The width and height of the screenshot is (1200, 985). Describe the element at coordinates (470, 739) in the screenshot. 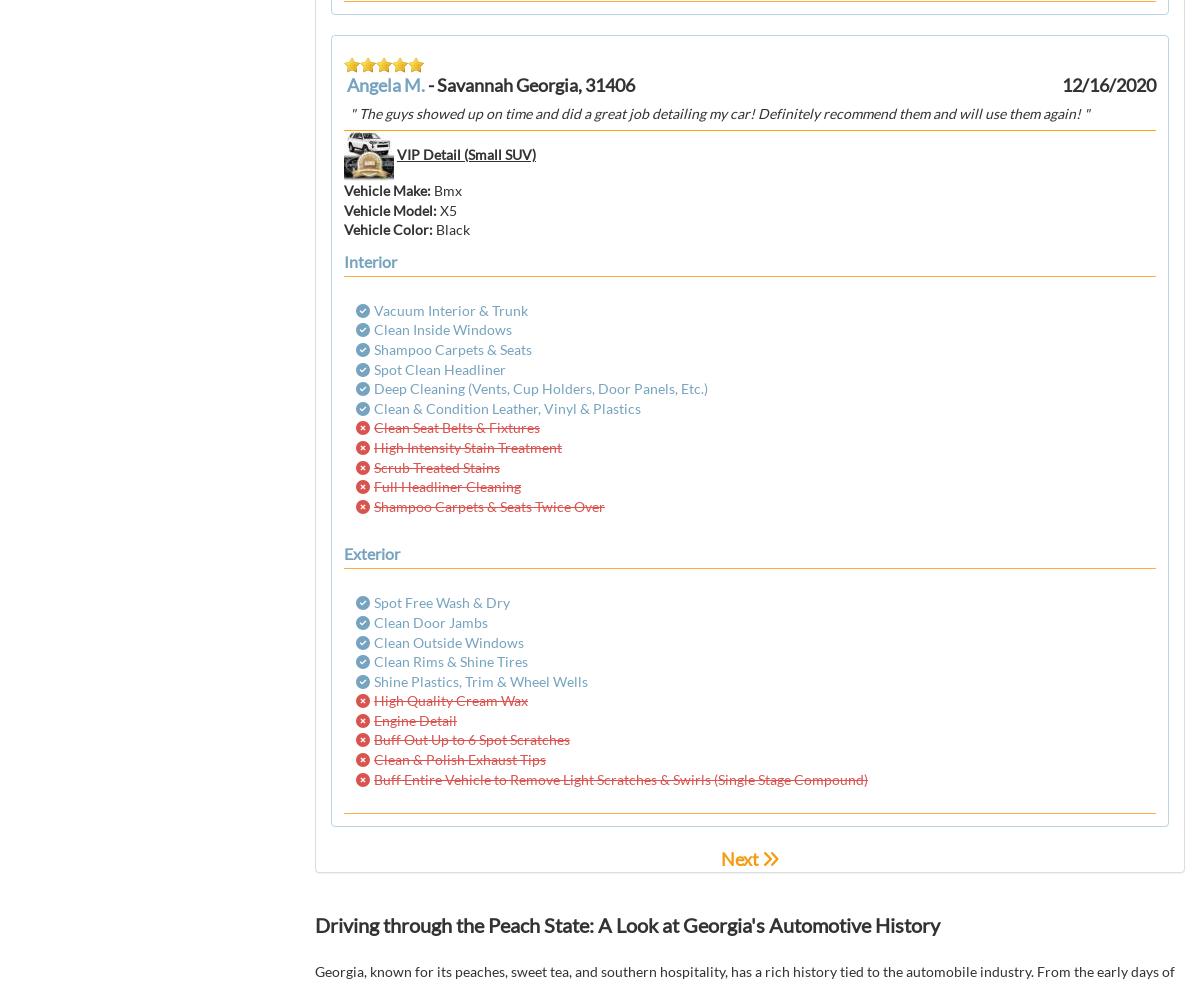

I see `'Buff Out Up to 6 Spot Scratches'` at that location.